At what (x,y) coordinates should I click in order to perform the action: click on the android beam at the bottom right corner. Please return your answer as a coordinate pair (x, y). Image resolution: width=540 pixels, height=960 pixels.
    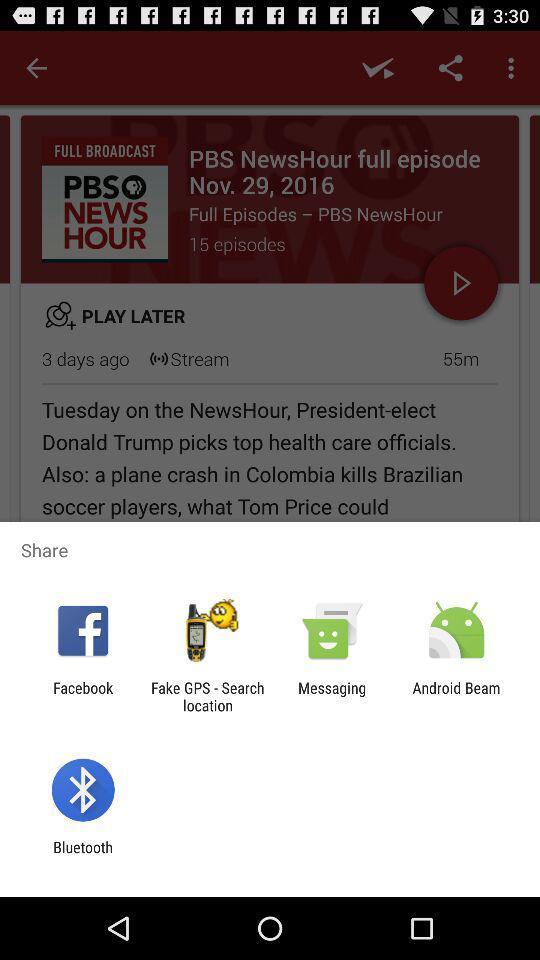
    Looking at the image, I should click on (456, 696).